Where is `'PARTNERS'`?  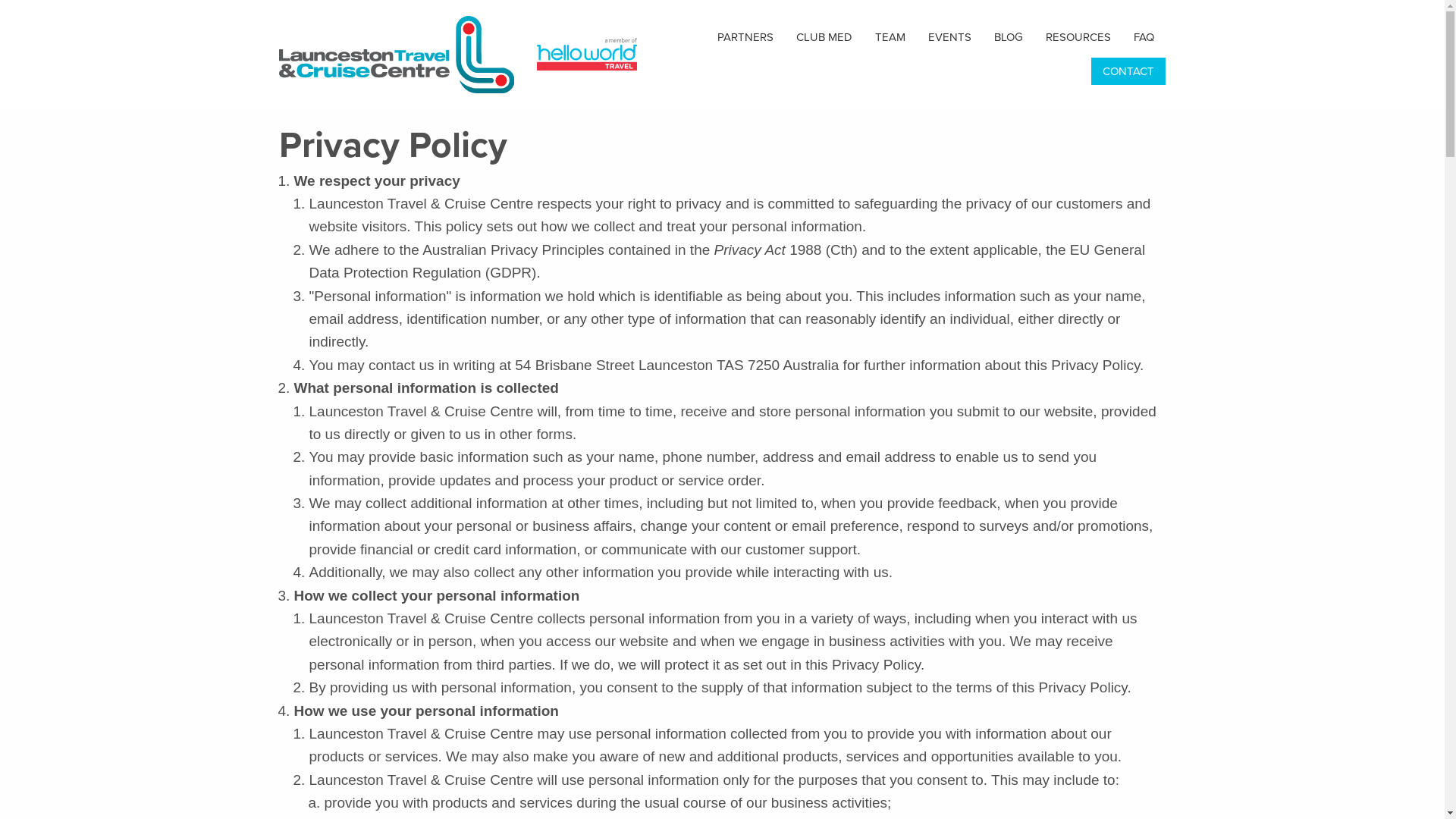 'PARTNERS' is located at coordinates (705, 36).